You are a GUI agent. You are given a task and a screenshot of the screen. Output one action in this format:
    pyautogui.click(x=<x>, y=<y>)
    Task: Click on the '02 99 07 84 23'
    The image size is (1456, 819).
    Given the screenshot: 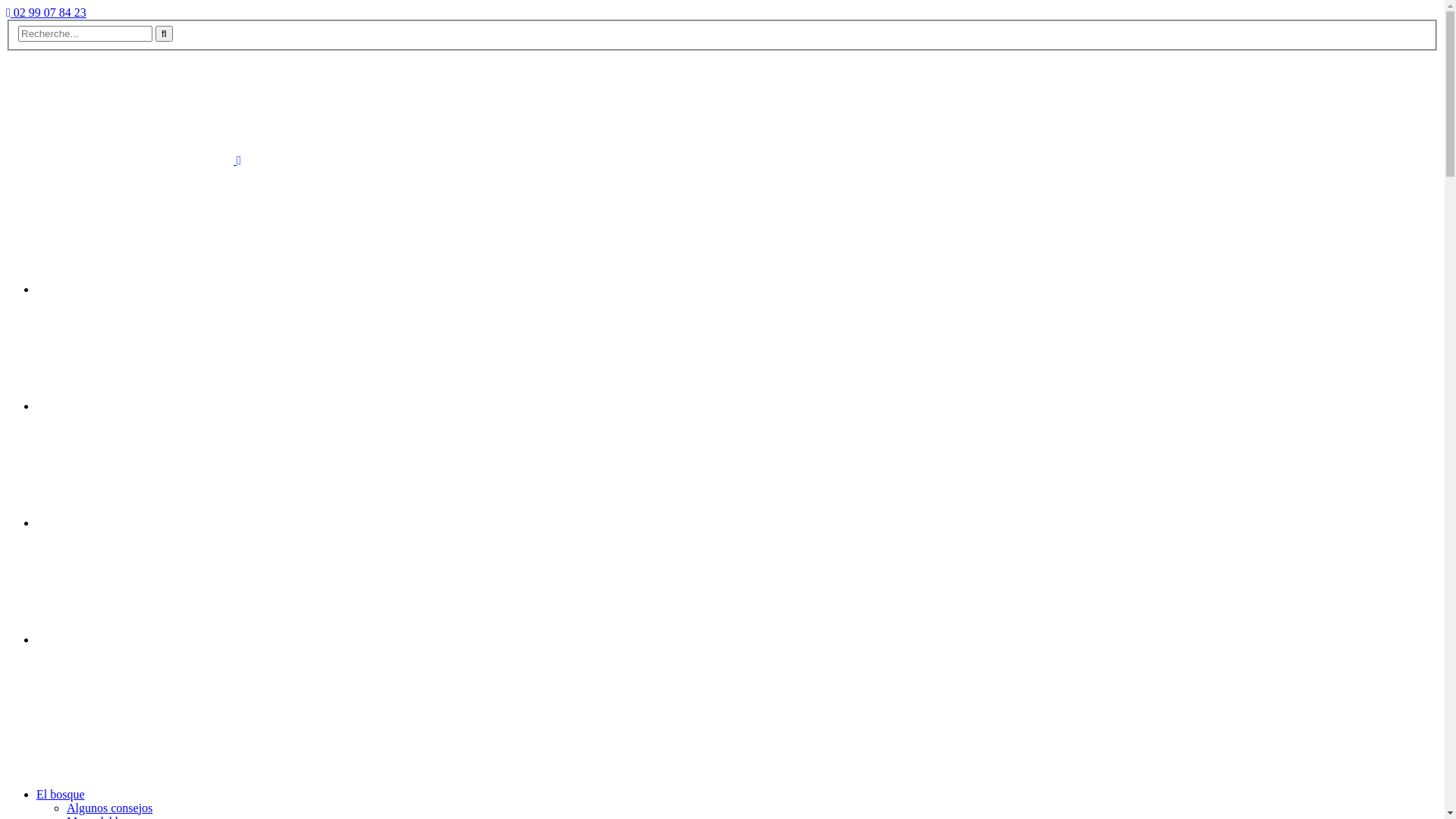 What is the action you would take?
    pyautogui.click(x=46, y=12)
    